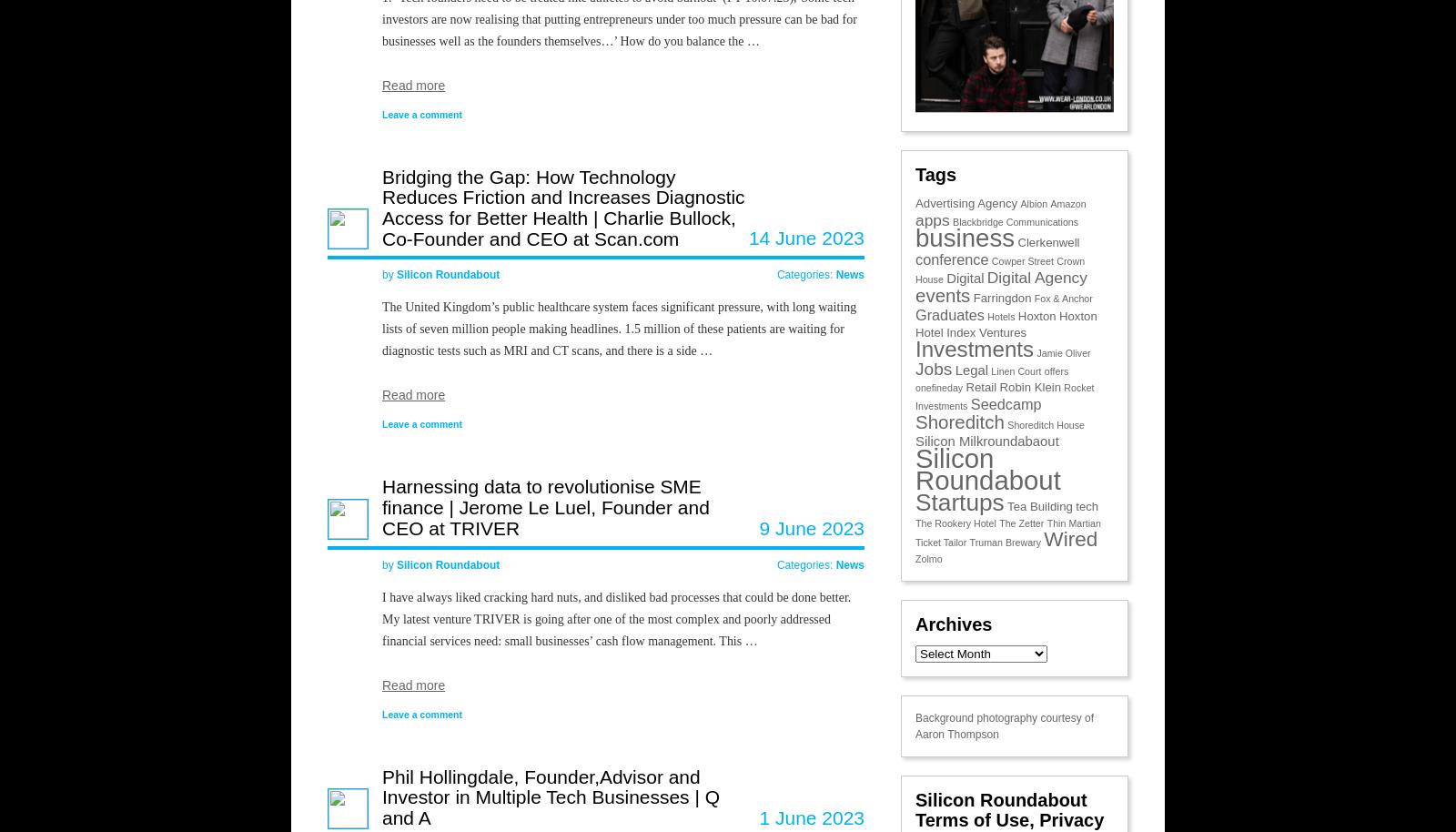 The width and height of the screenshot is (1456, 832). What do you see at coordinates (1005, 394) in the screenshot?
I see `'Rocket Investments'` at bounding box center [1005, 394].